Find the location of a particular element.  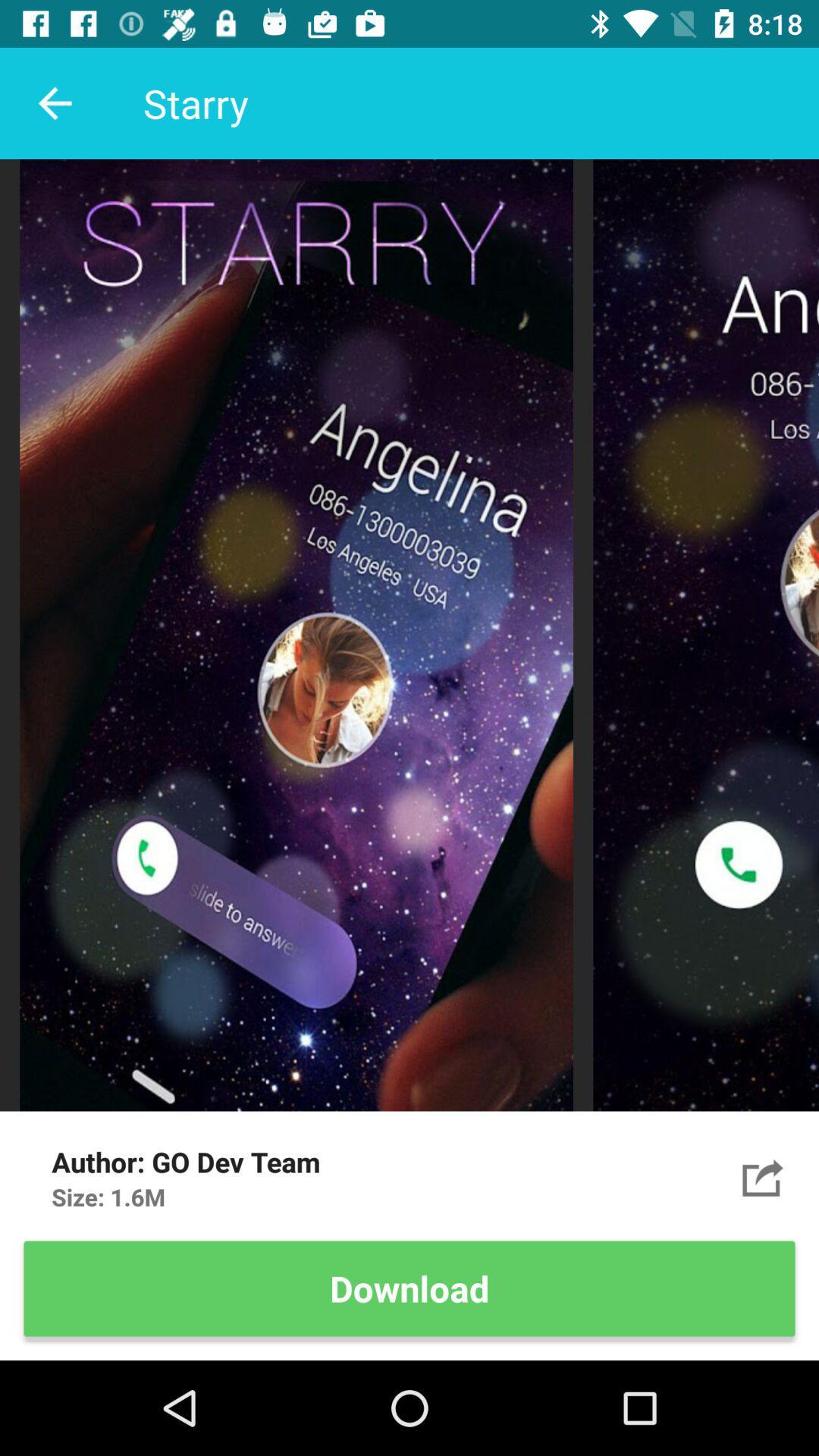

the item next to go dev team item is located at coordinates (763, 1177).